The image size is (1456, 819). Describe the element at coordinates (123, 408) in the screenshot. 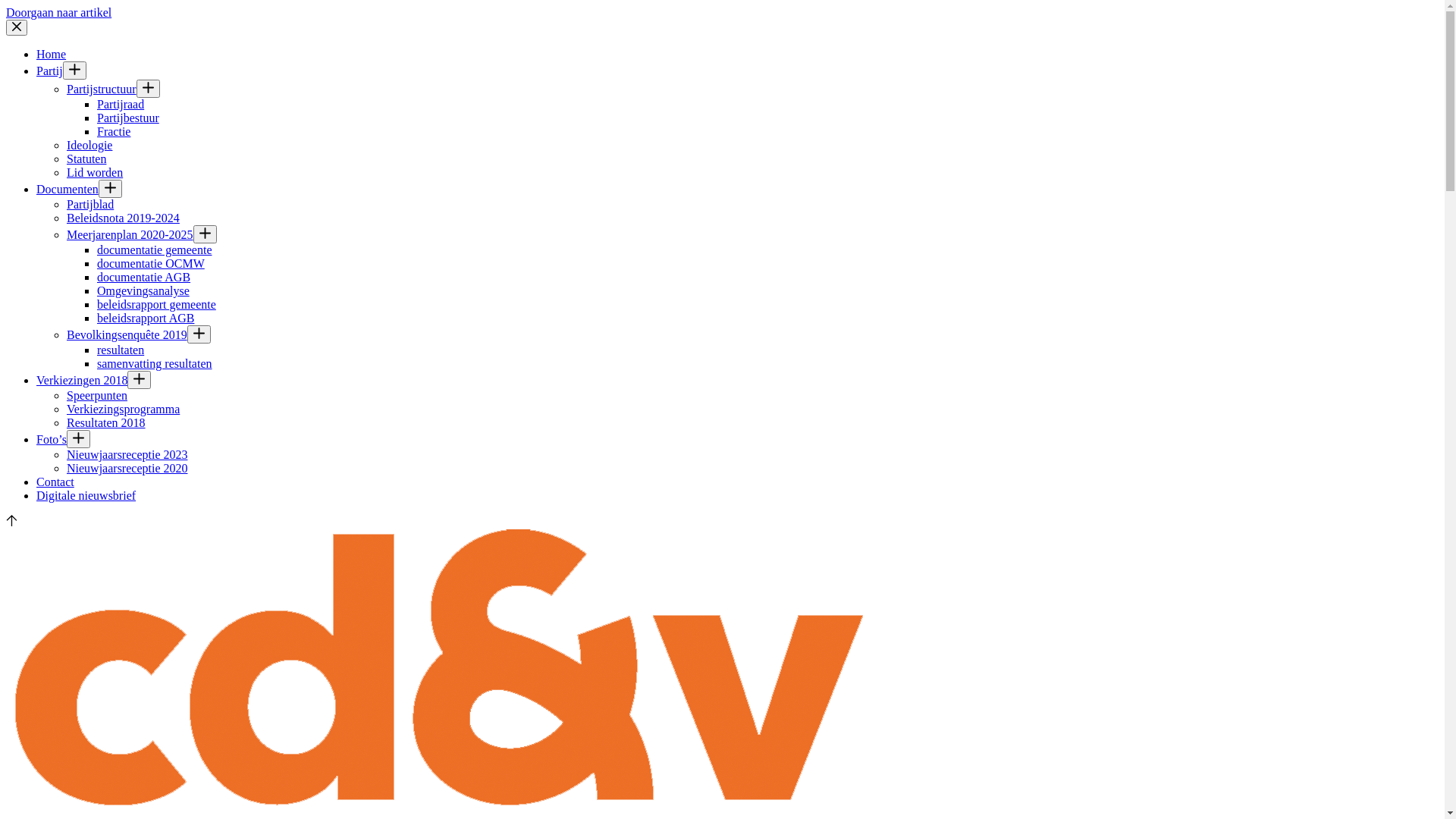

I see `'Verkiezingsprogramma'` at that location.